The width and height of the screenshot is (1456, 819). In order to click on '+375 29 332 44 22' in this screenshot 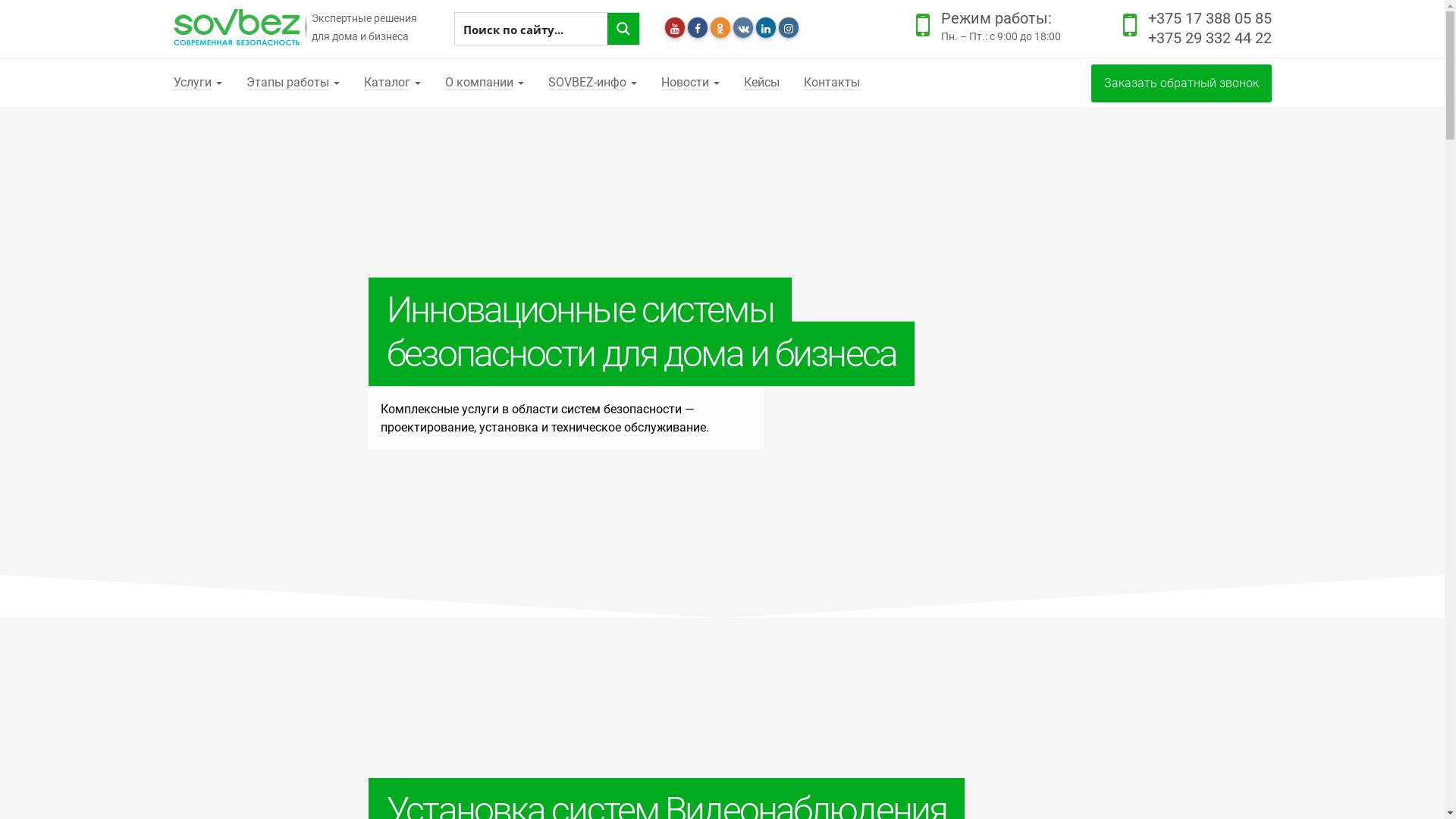, I will do `click(1209, 37)`.